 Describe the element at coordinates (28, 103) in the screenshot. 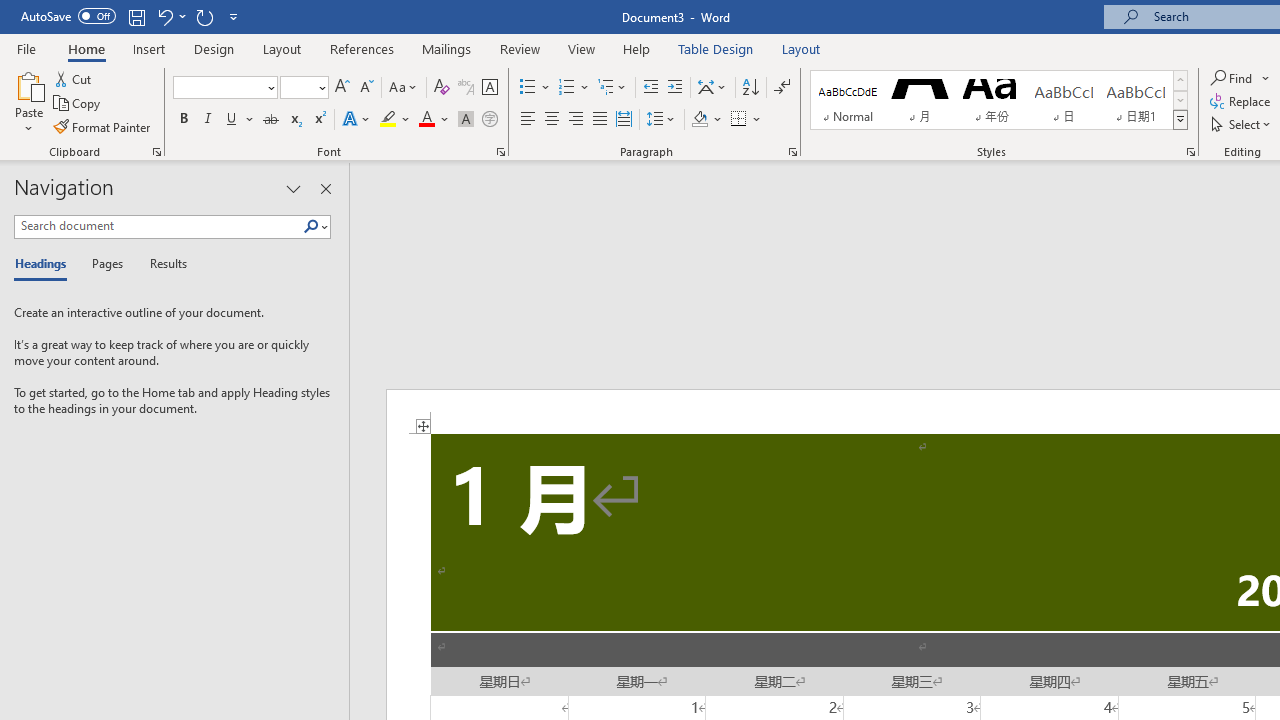

I see `'Paste'` at that location.